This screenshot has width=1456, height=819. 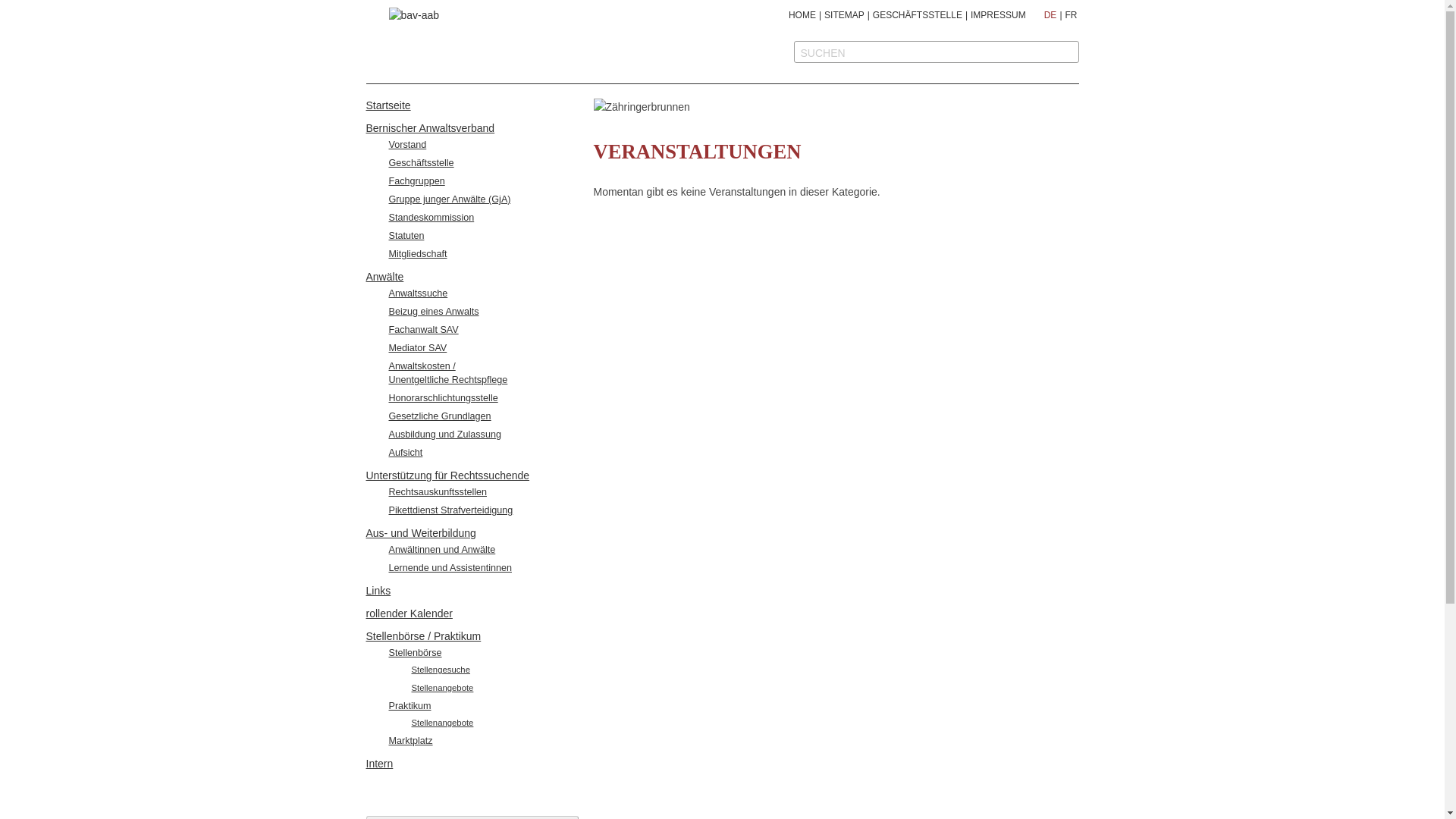 What do you see at coordinates (1043, 14) in the screenshot?
I see `'DE'` at bounding box center [1043, 14].